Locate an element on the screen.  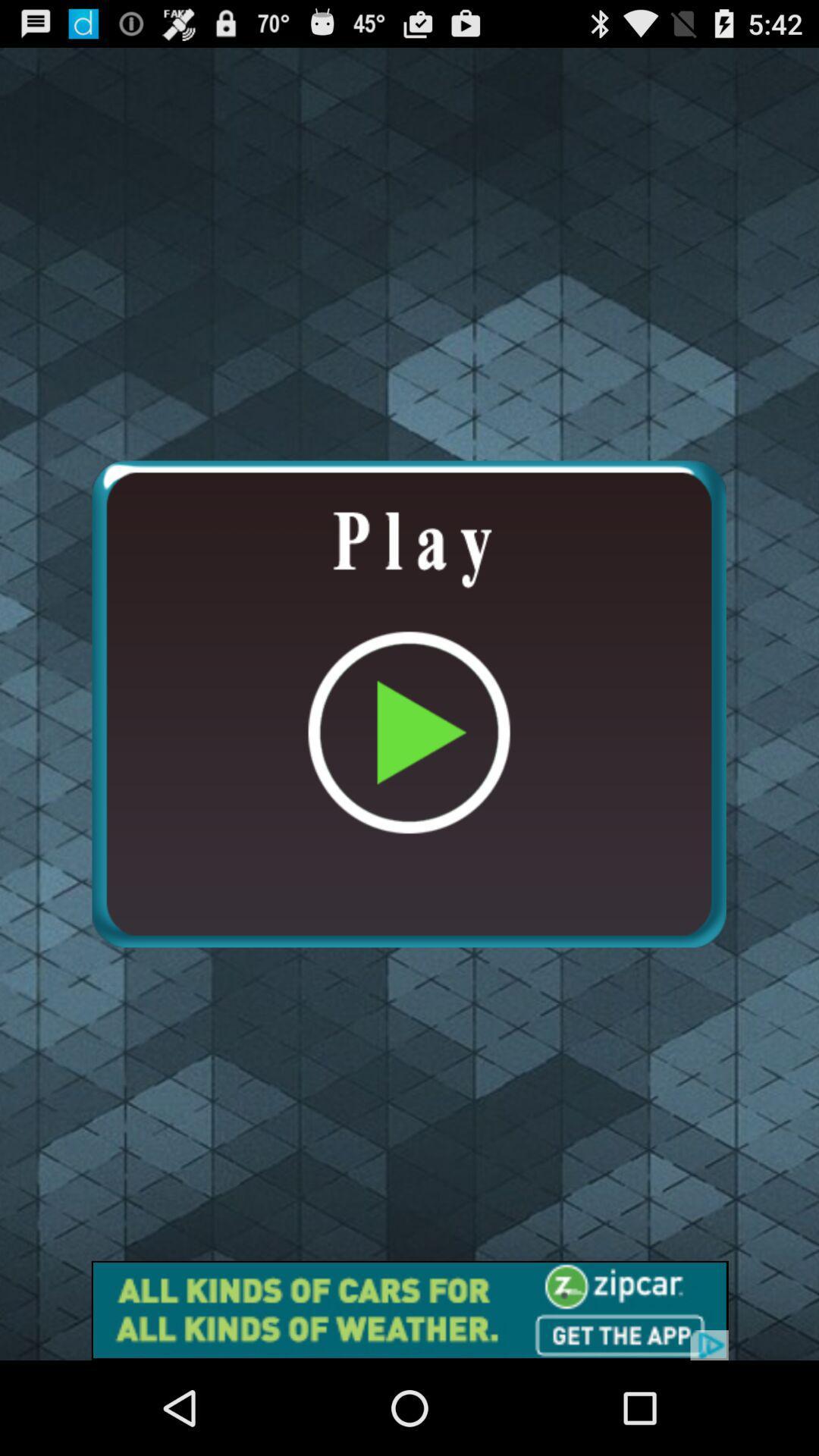
the audio play is located at coordinates (408, 703).